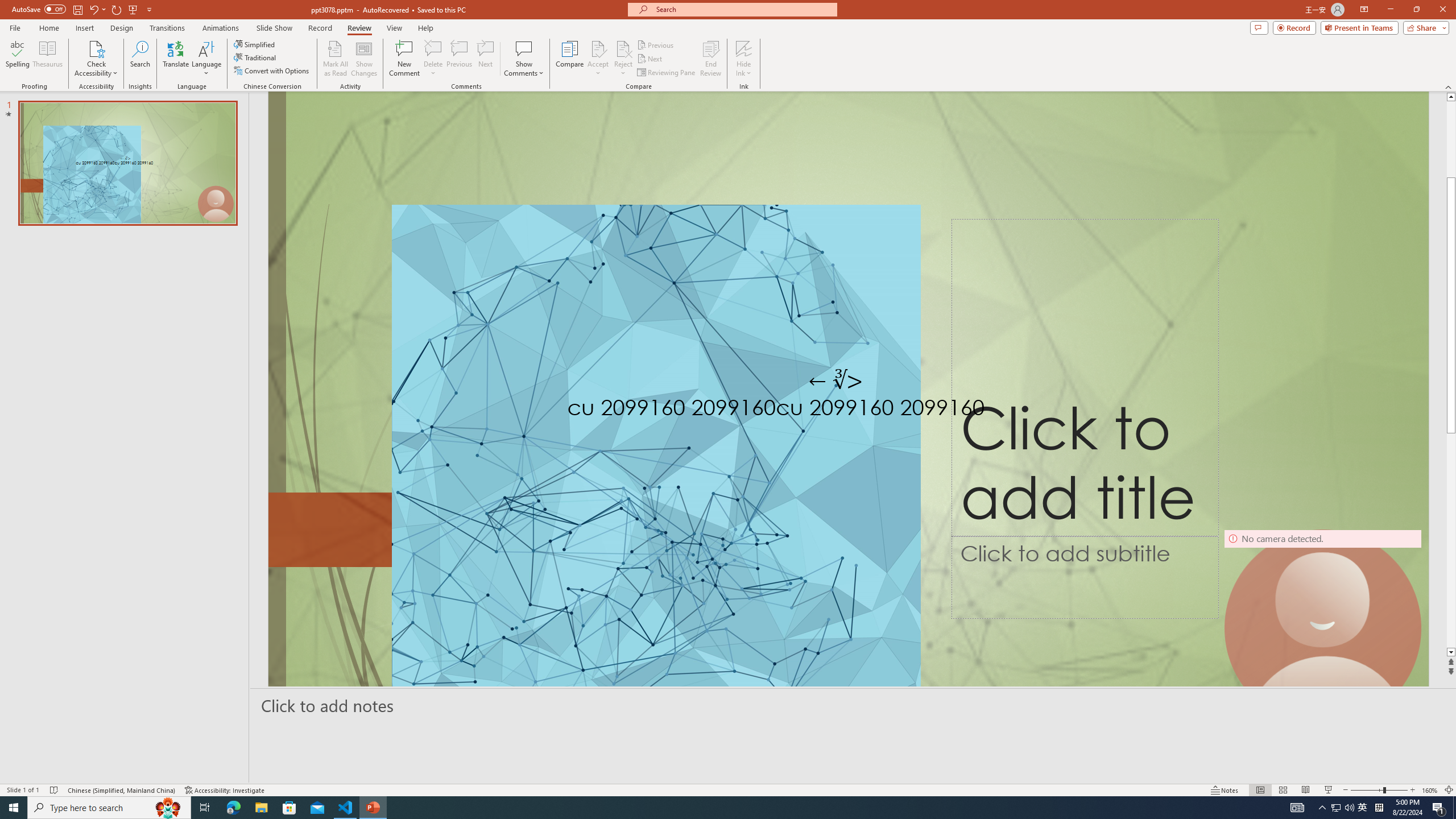 This screenshot has height=819, width=1456. Describe the element at coordinates (359, 28) in the screenshot. I see `'Review'` at that location.